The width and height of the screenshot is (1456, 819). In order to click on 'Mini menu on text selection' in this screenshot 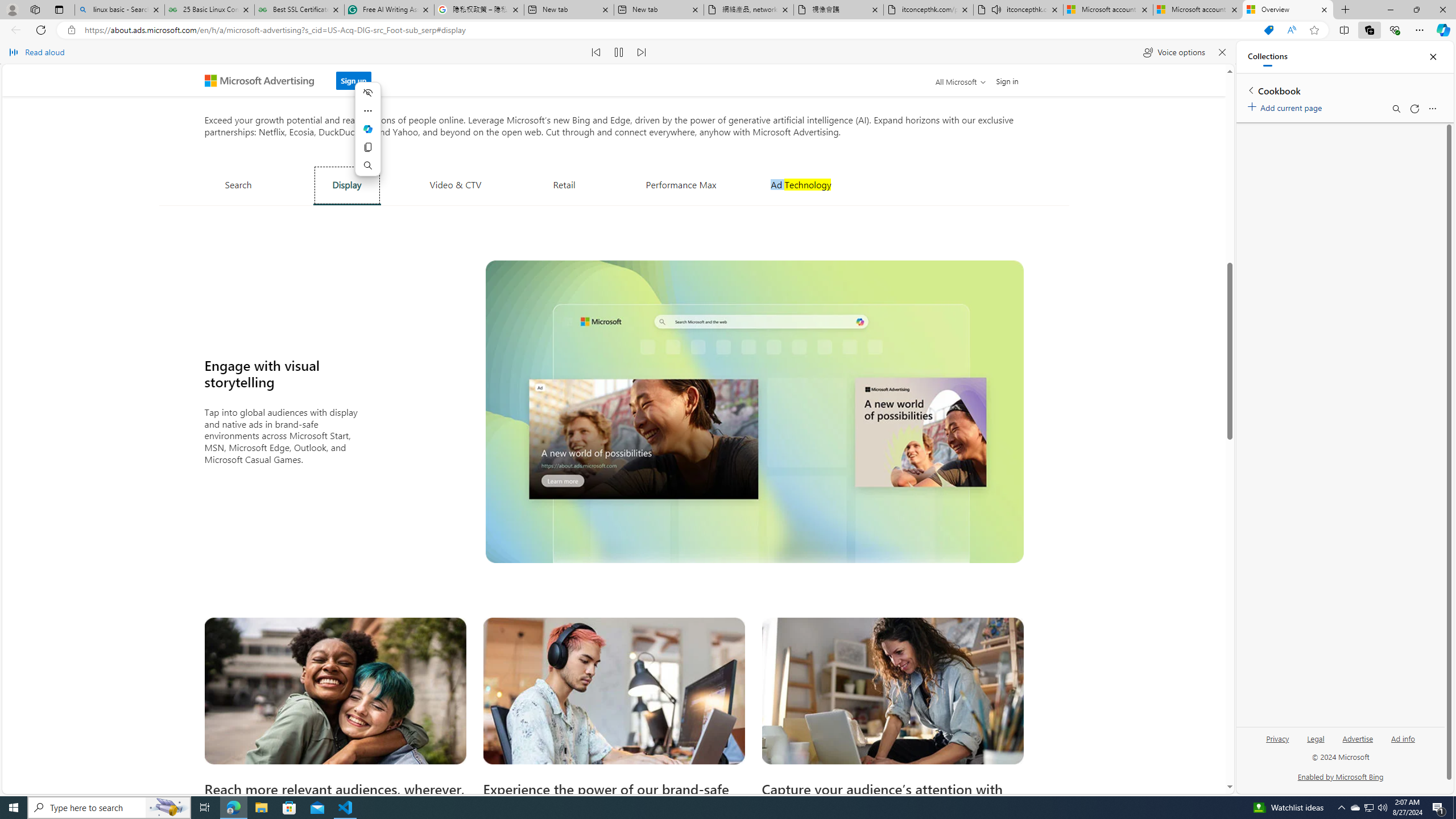, I will do `click(367, 129)`.